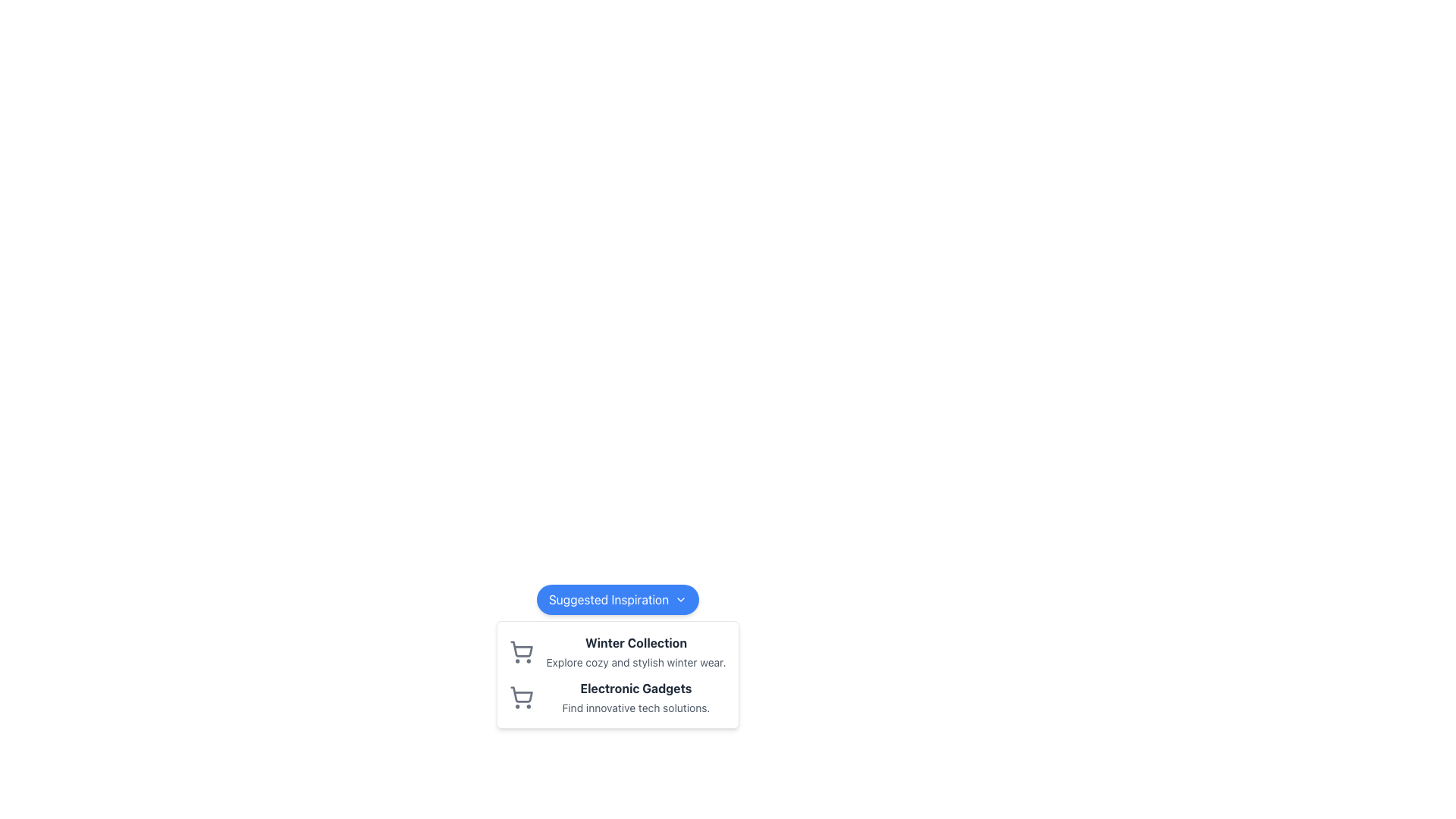 This screenshot has width=1456, height=819. Describe the element at coordinates (521, 648) in the screenshot. I see `the shopping cart icon, which is a gray outline style representation located in the first row of the dropdown panel containing shopping-related content` at that location.